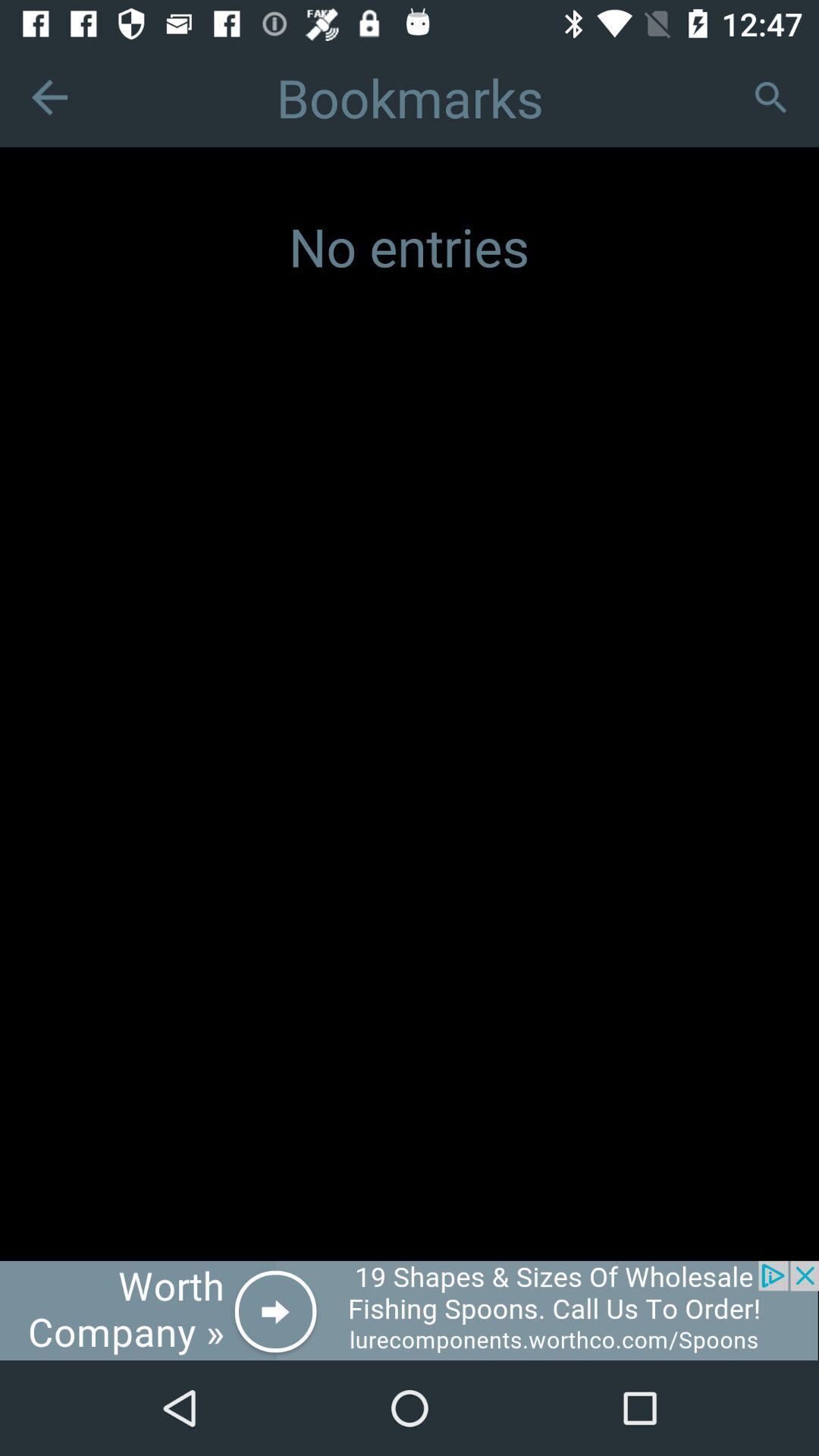 Image resolution: width=819 pixels, height=1456 pixels. What do you see at coordinates (49, 96) in the screenshot?
I see `go back` at bounding box center [49, 96].